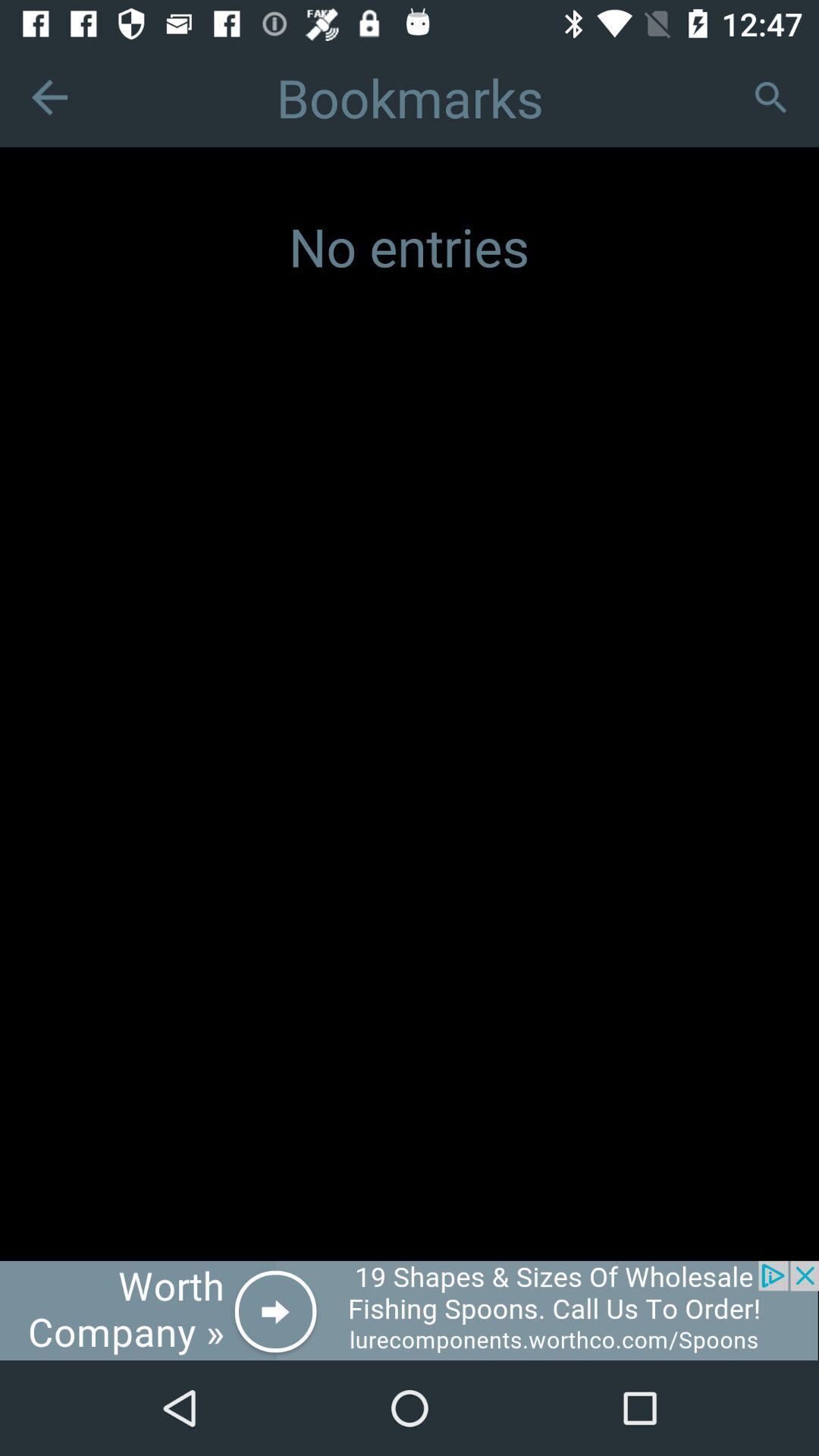 Image resolution: width=819 pixels, height=1456 pixels. What do you see at coordinates (49, 96) in the screenshot?
I see `go back` at bounding box center [49, 96].